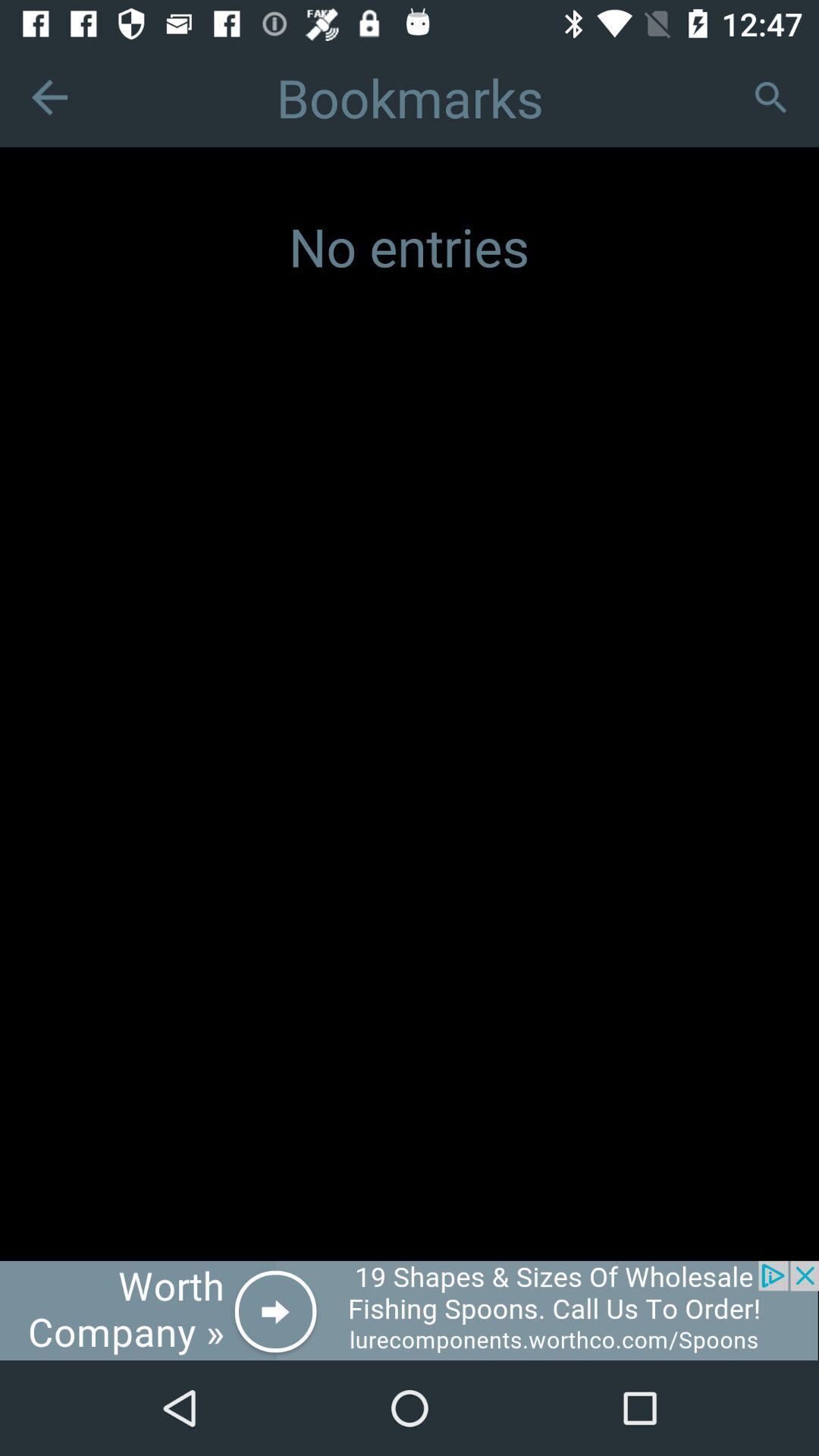 Image resolution: width=819 pixels, height=1456 pixels. What do you see at coordinates (49, 96) in the screenshot?
I see `go back` at bounding box center [49, 96].